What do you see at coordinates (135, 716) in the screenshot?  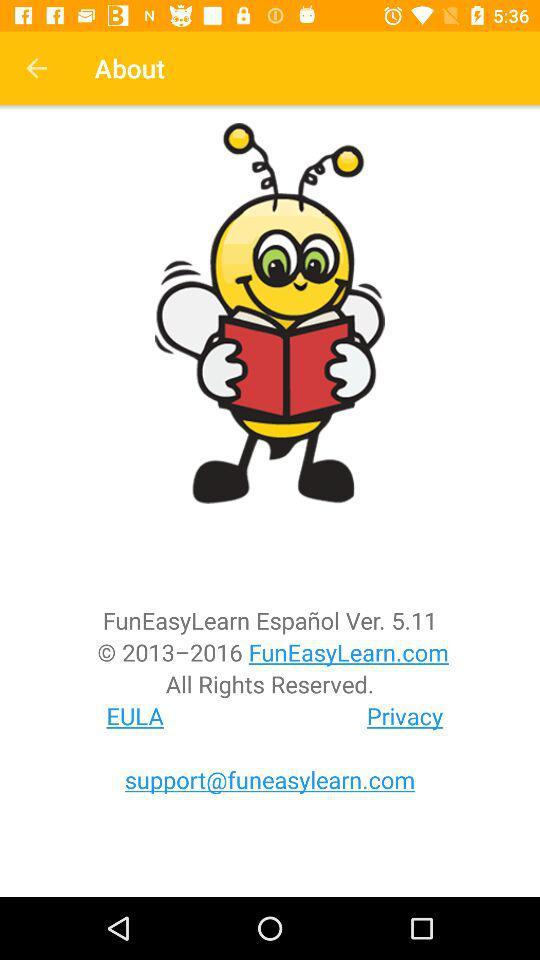 I see `eula item` at bounding box center [135, 716].